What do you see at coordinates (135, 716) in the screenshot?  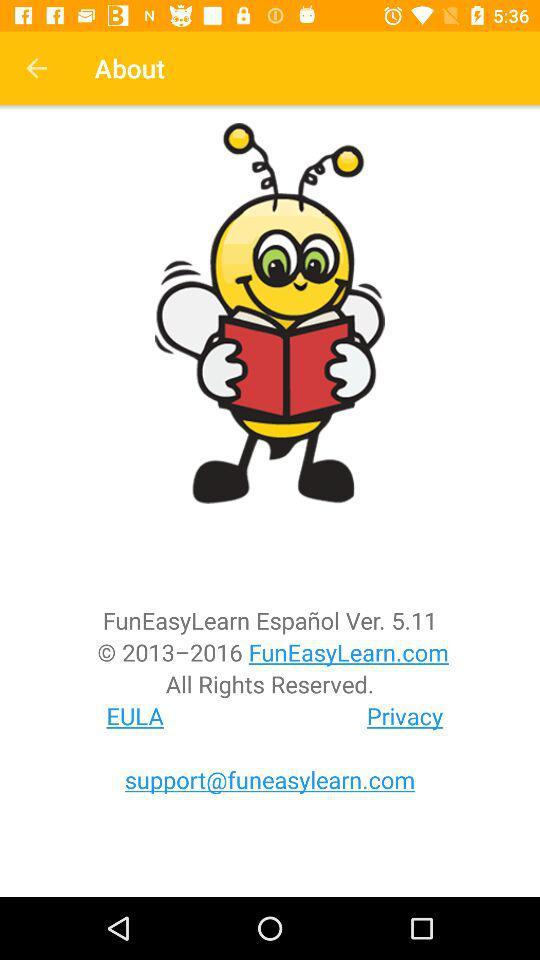 I see `eula item` at bounding box center [135, 716].